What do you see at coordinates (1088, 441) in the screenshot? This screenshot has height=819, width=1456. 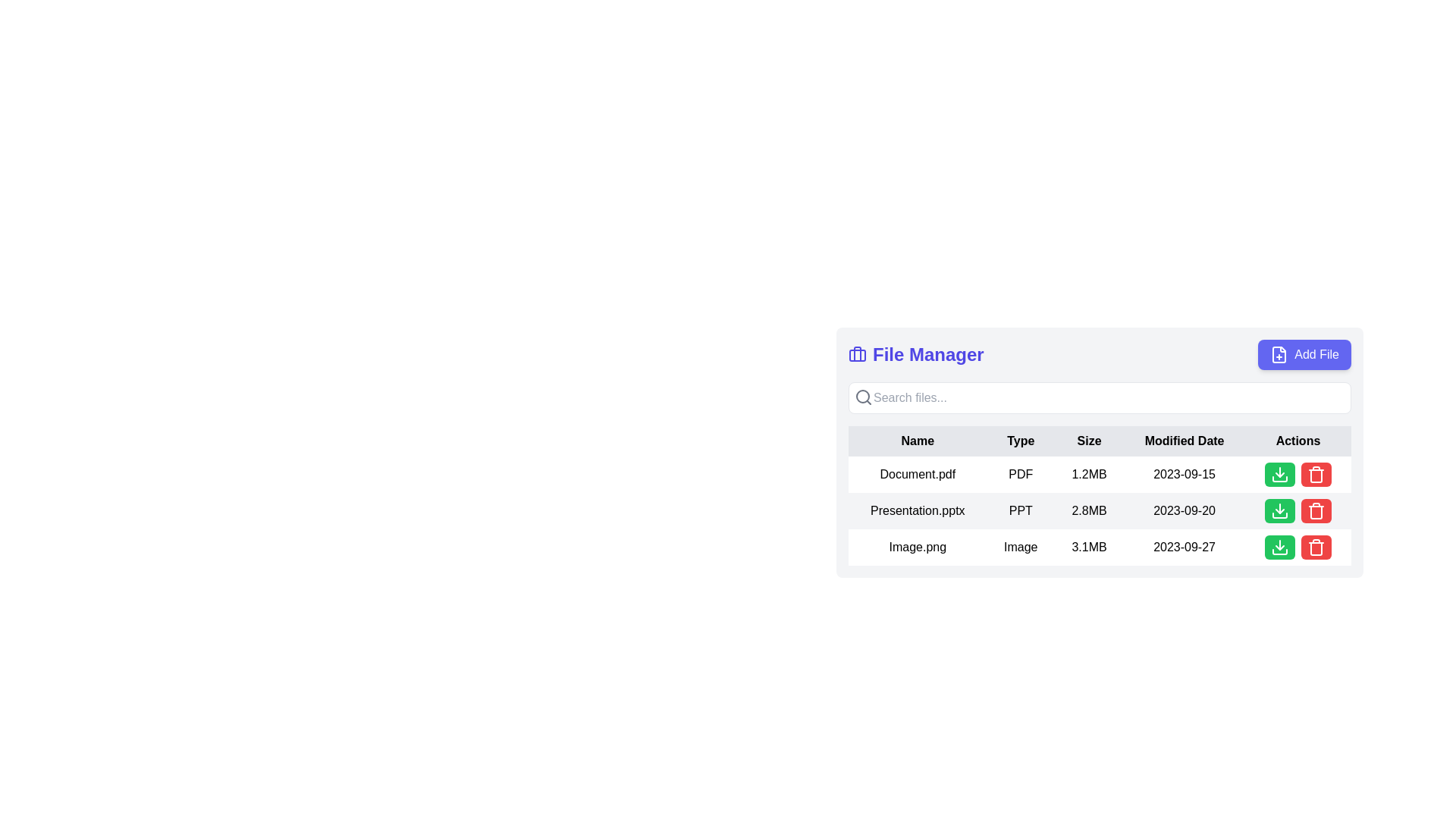 I see `the table header indicating file sizes, which is the third item in the horizontal list of column headers, positioned between 'Type' and 'Modified Date'` at bounding box center [1088, 441].